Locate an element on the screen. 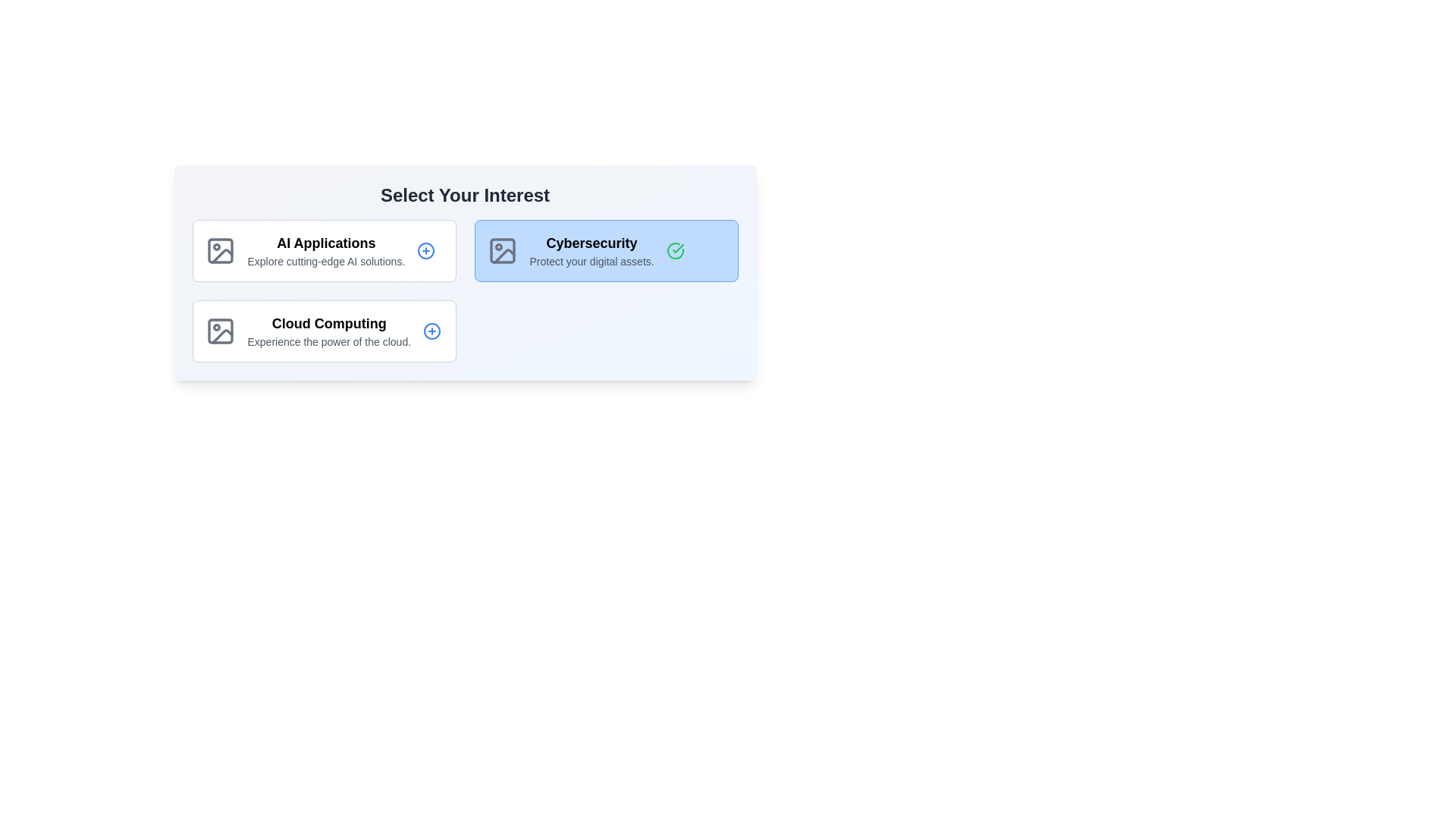 The image size is (1456, 819). the icon of the card labeled 'Cloud Computing' to interact with it is located at coordinates (219, 330).